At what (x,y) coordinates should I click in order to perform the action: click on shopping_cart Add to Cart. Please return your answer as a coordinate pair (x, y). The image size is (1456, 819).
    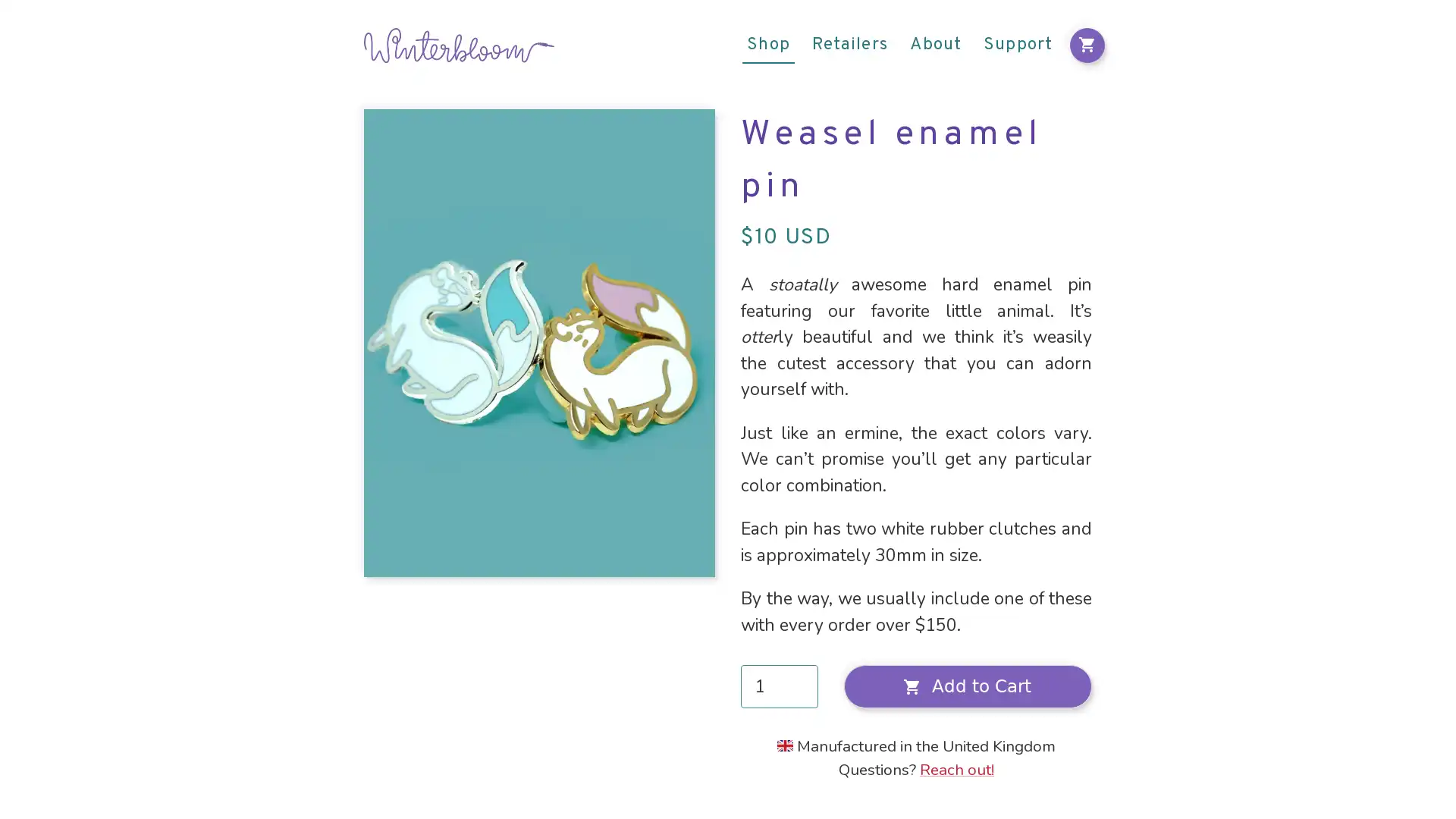
    Looking at the image, I should click on (967, 686).